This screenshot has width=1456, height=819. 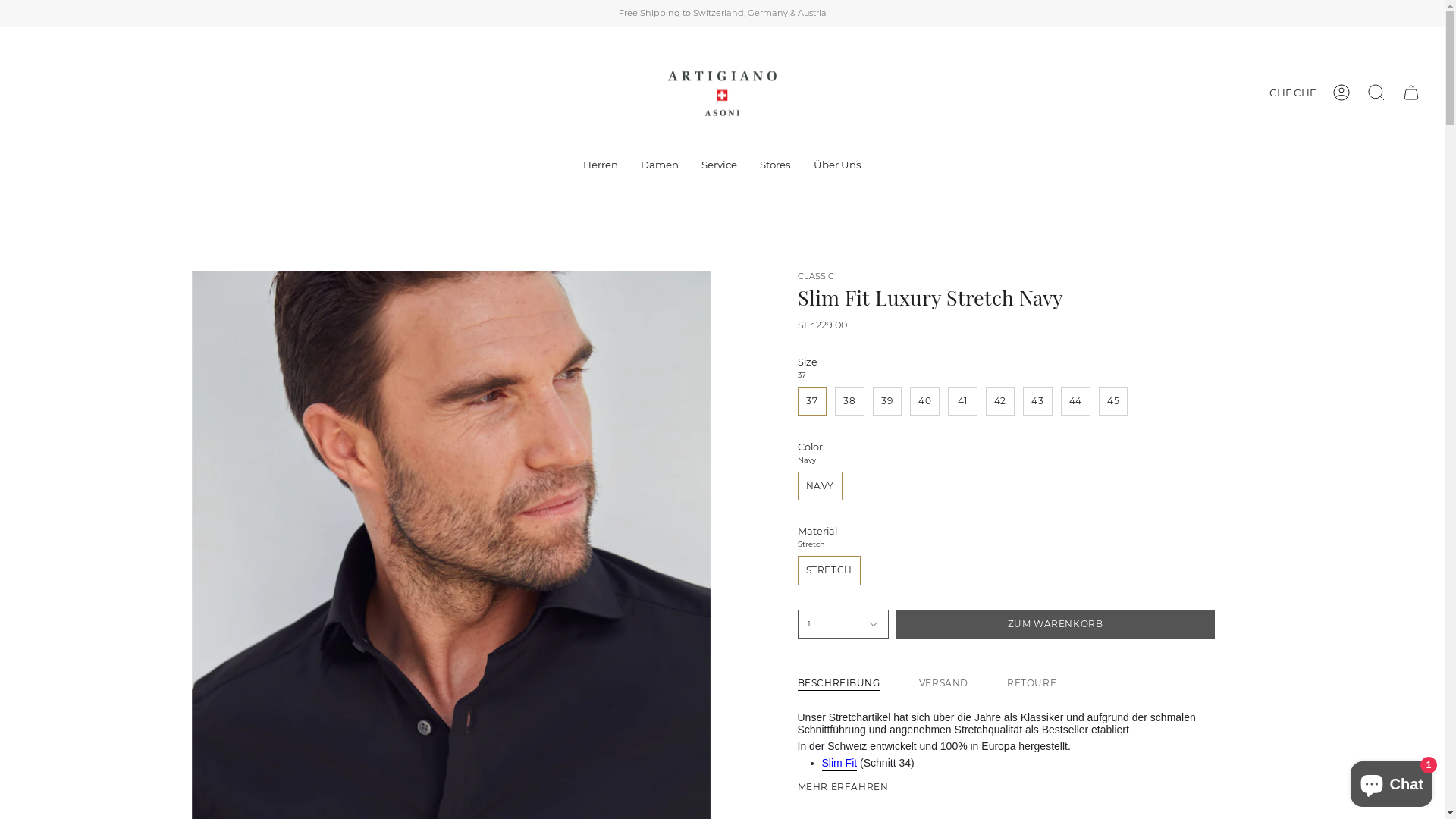 I want to click on '1', so click(x=843, y=624).